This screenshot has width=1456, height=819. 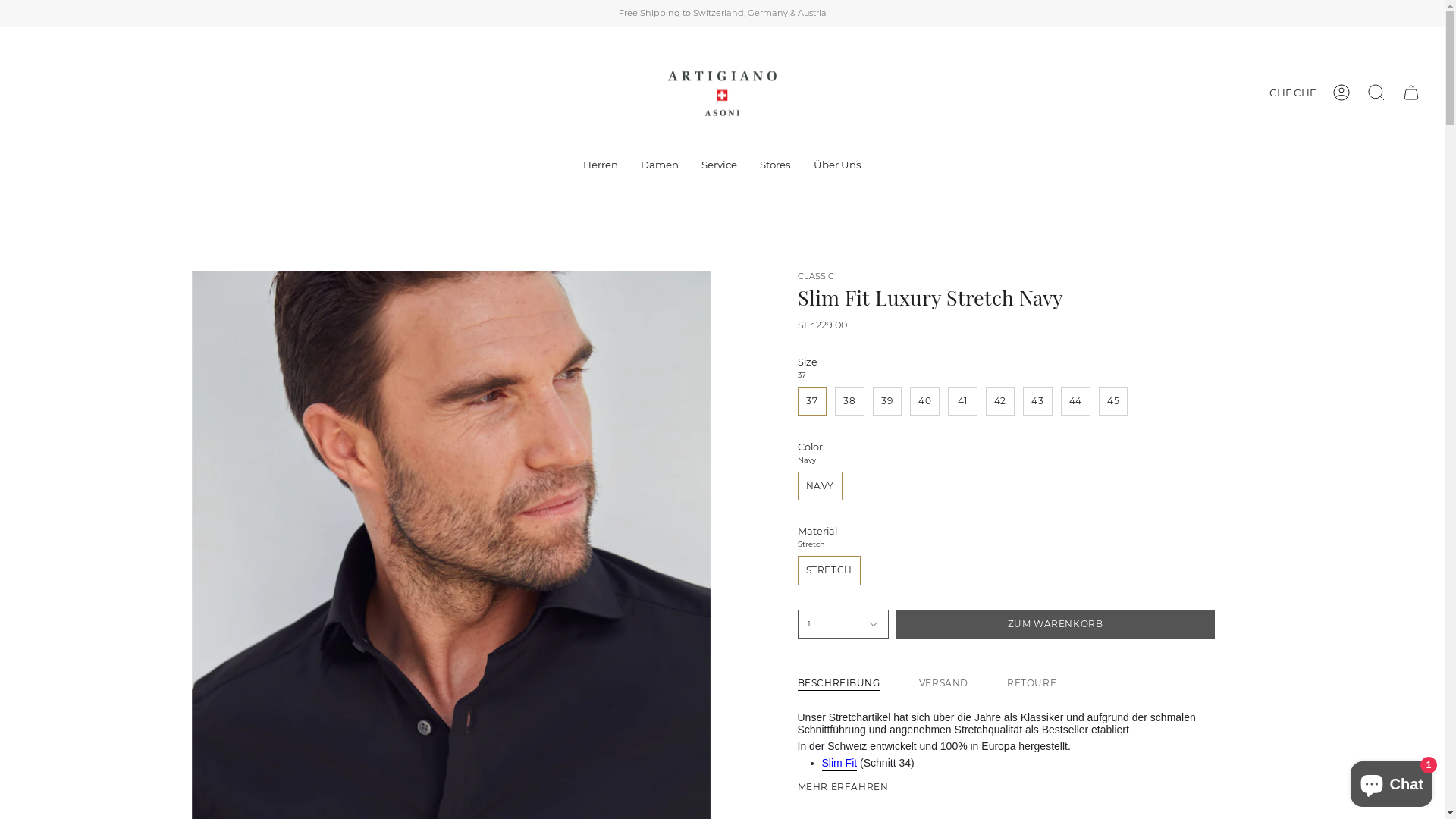 I want to click on '1', so click(x=843, y=624).